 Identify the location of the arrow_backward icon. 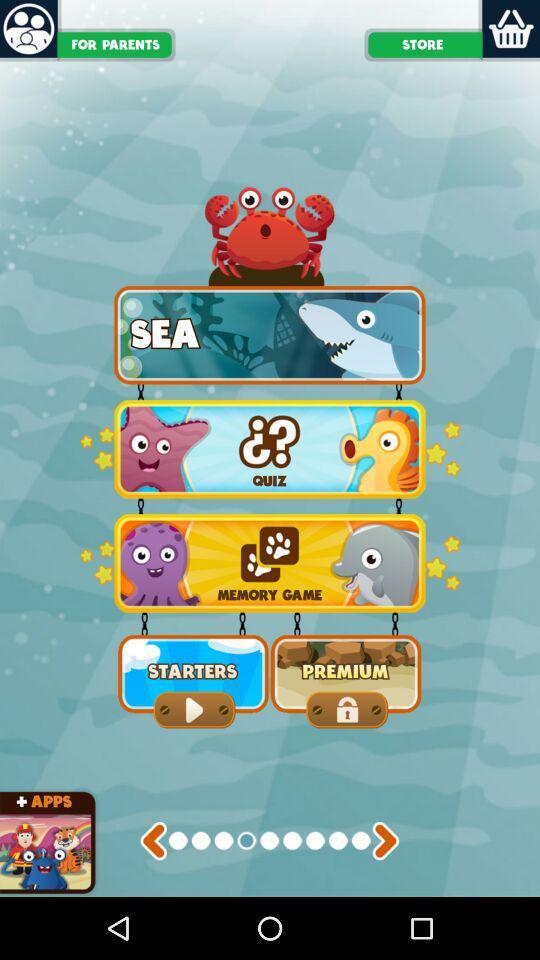
(152, 899).